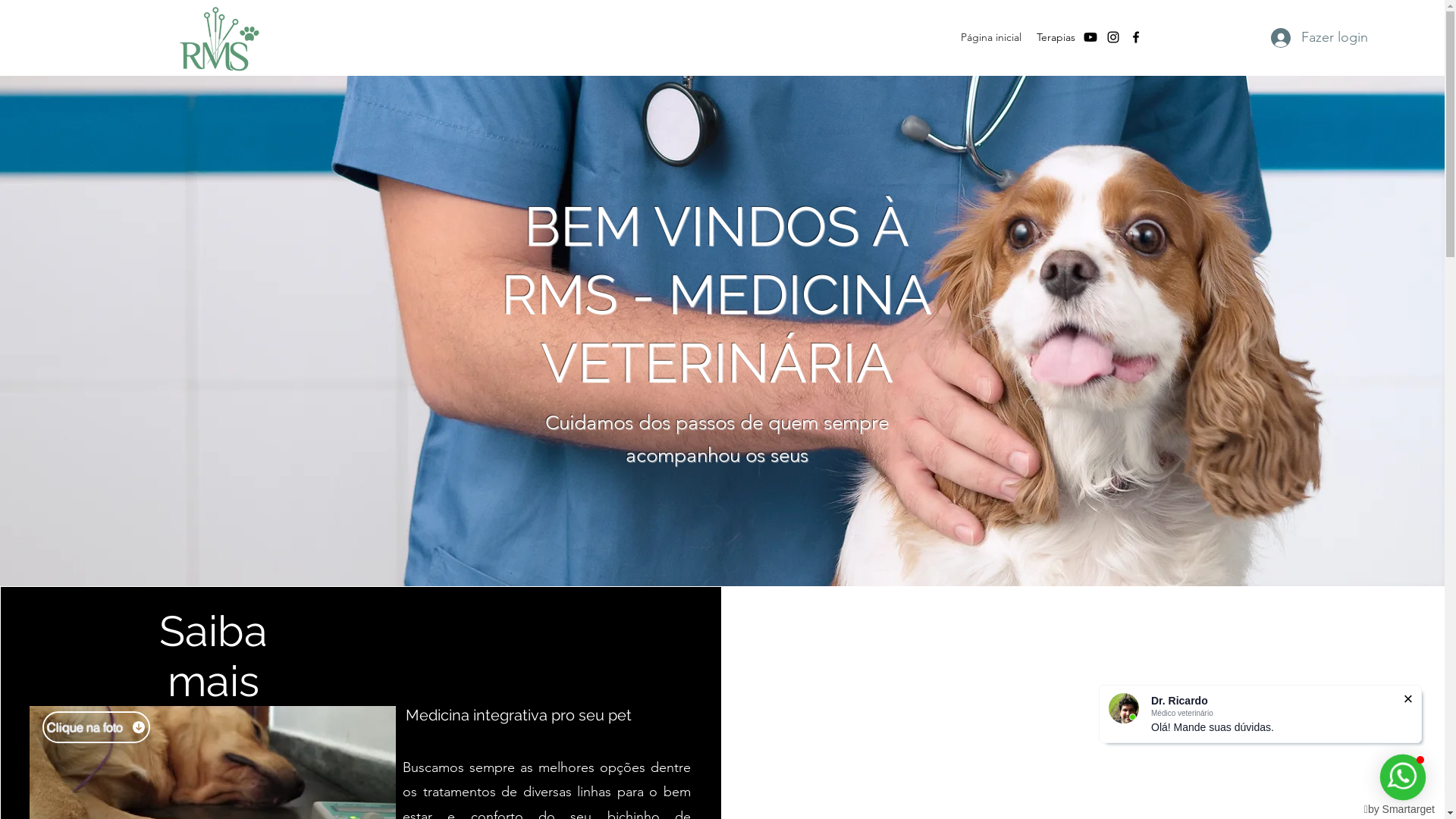  I want to click on 'Terapias', so click(1055, 36).